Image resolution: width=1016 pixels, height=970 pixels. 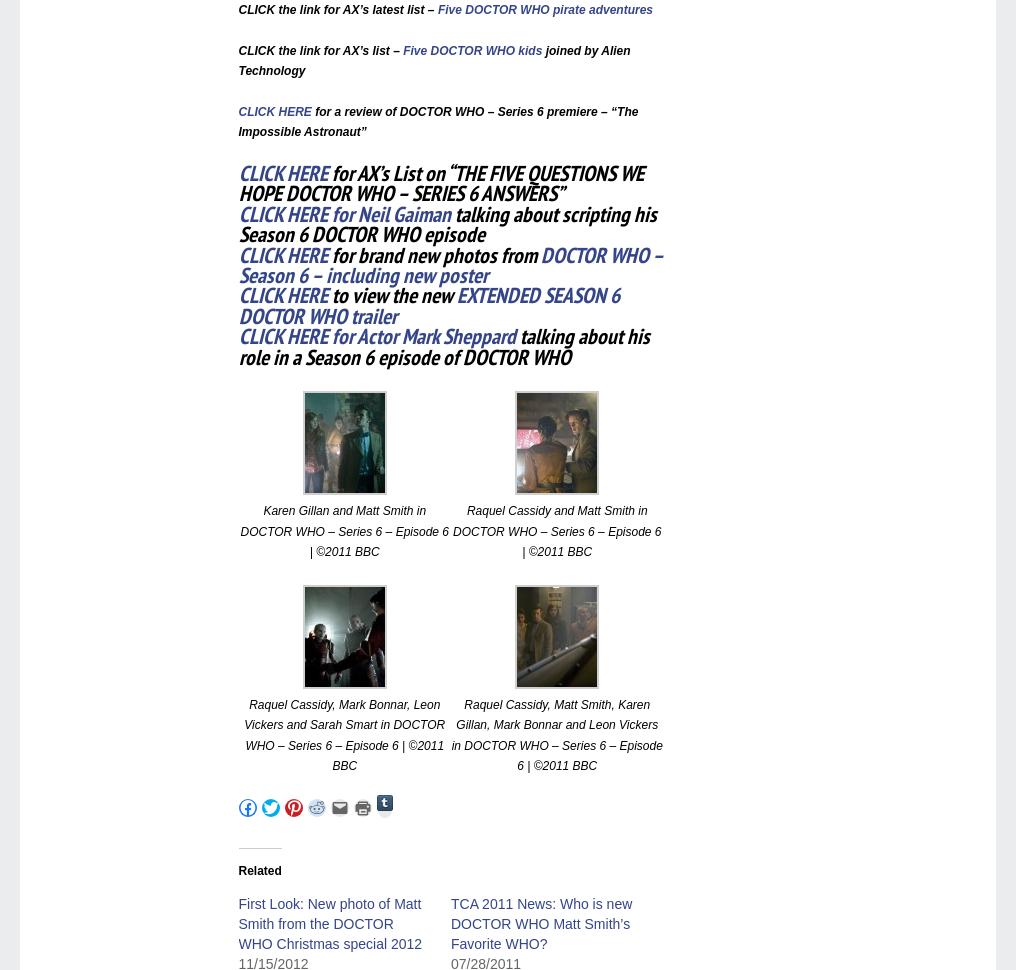 What do you see at coordinates (344, 531) in the screenshot?
I see `'Karen Gillan and Matt Smith in DOCTOR WHO – Series 6 – Episode 6 | ©2011 BBC'` at bounding box center [344, 531].